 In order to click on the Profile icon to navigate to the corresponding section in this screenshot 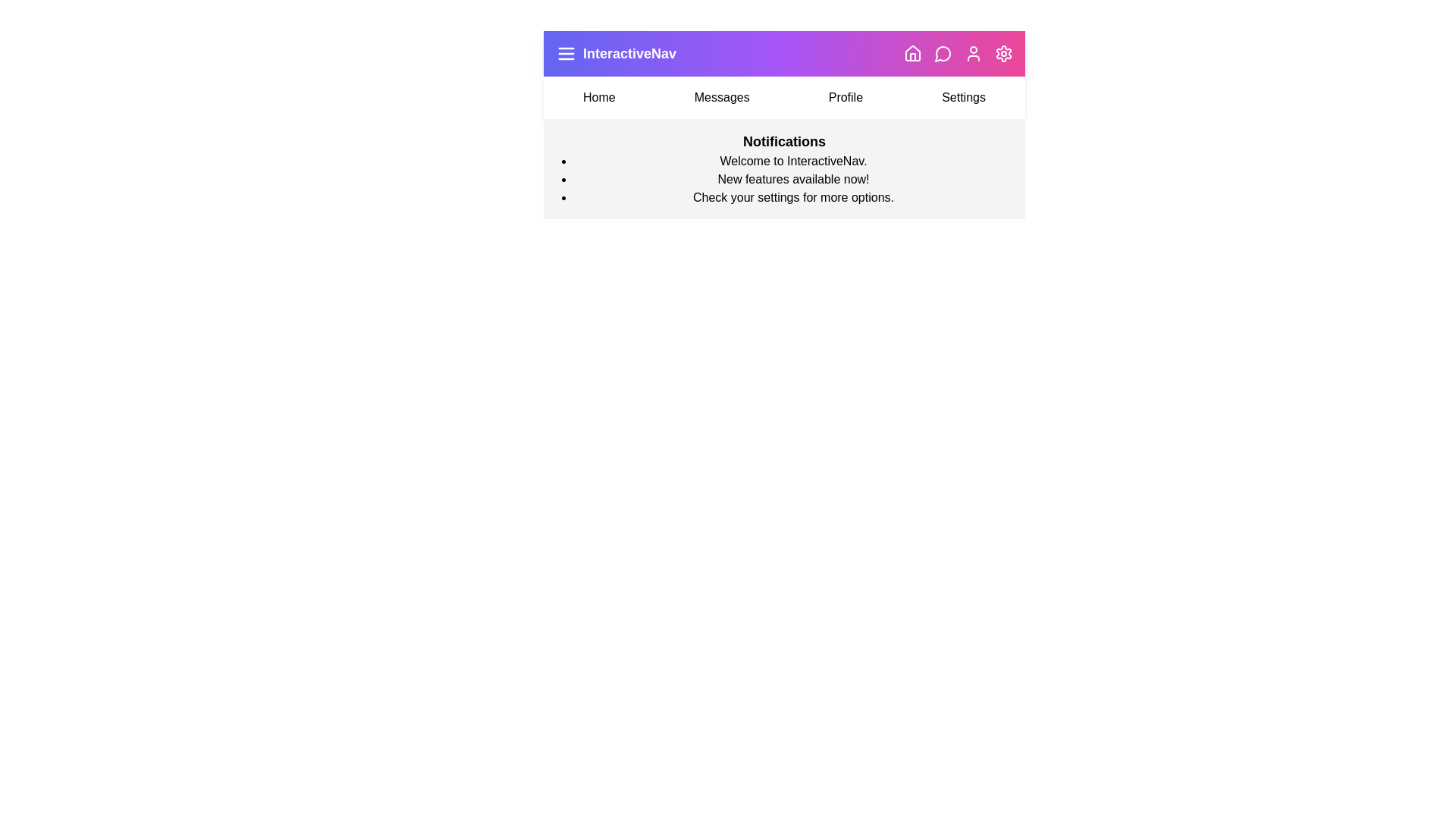, I will do `click(973, 52)`.